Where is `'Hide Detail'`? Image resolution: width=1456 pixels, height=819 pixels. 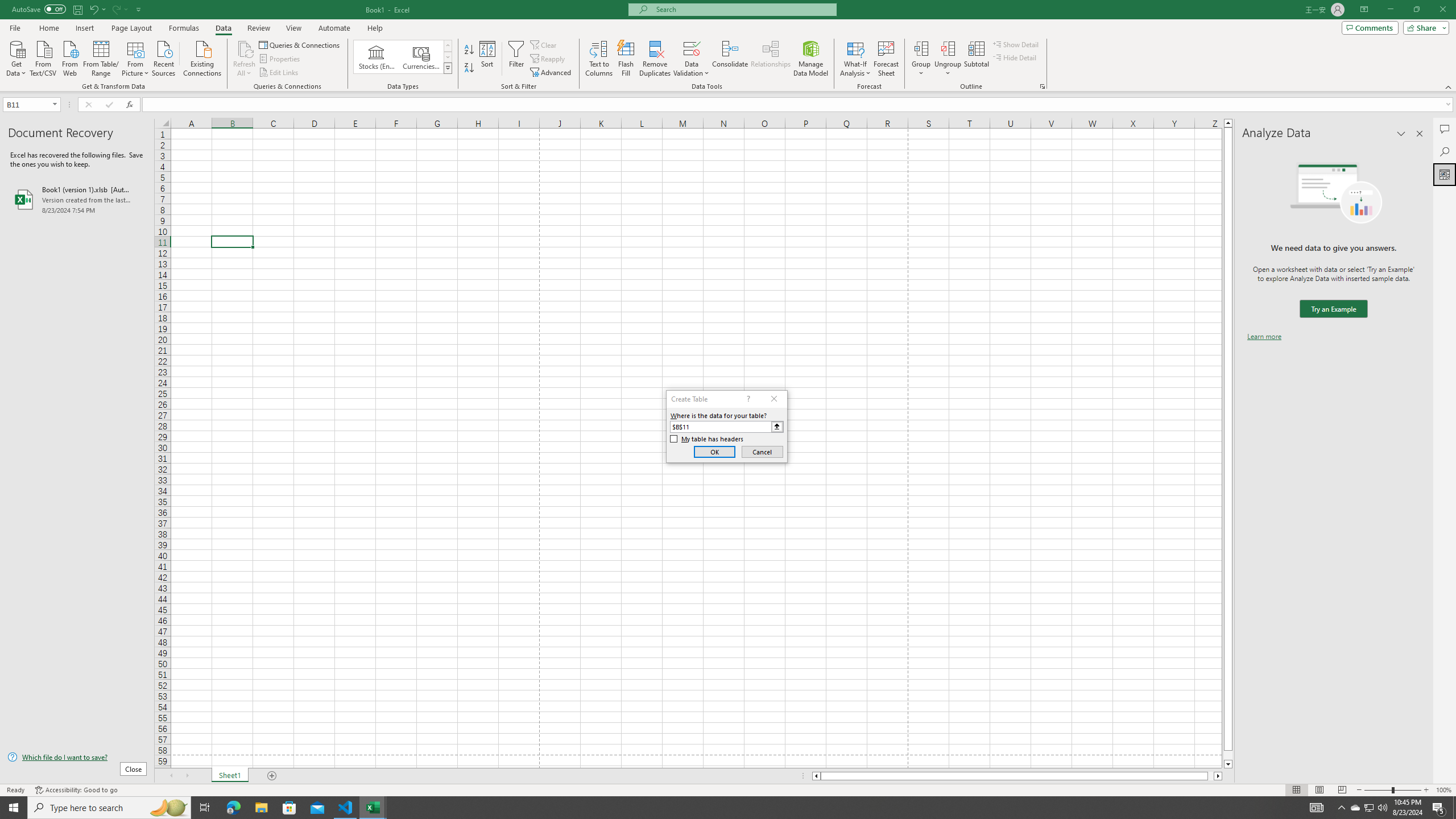
'Hide Detail' is located at coordinates (1015, 56).